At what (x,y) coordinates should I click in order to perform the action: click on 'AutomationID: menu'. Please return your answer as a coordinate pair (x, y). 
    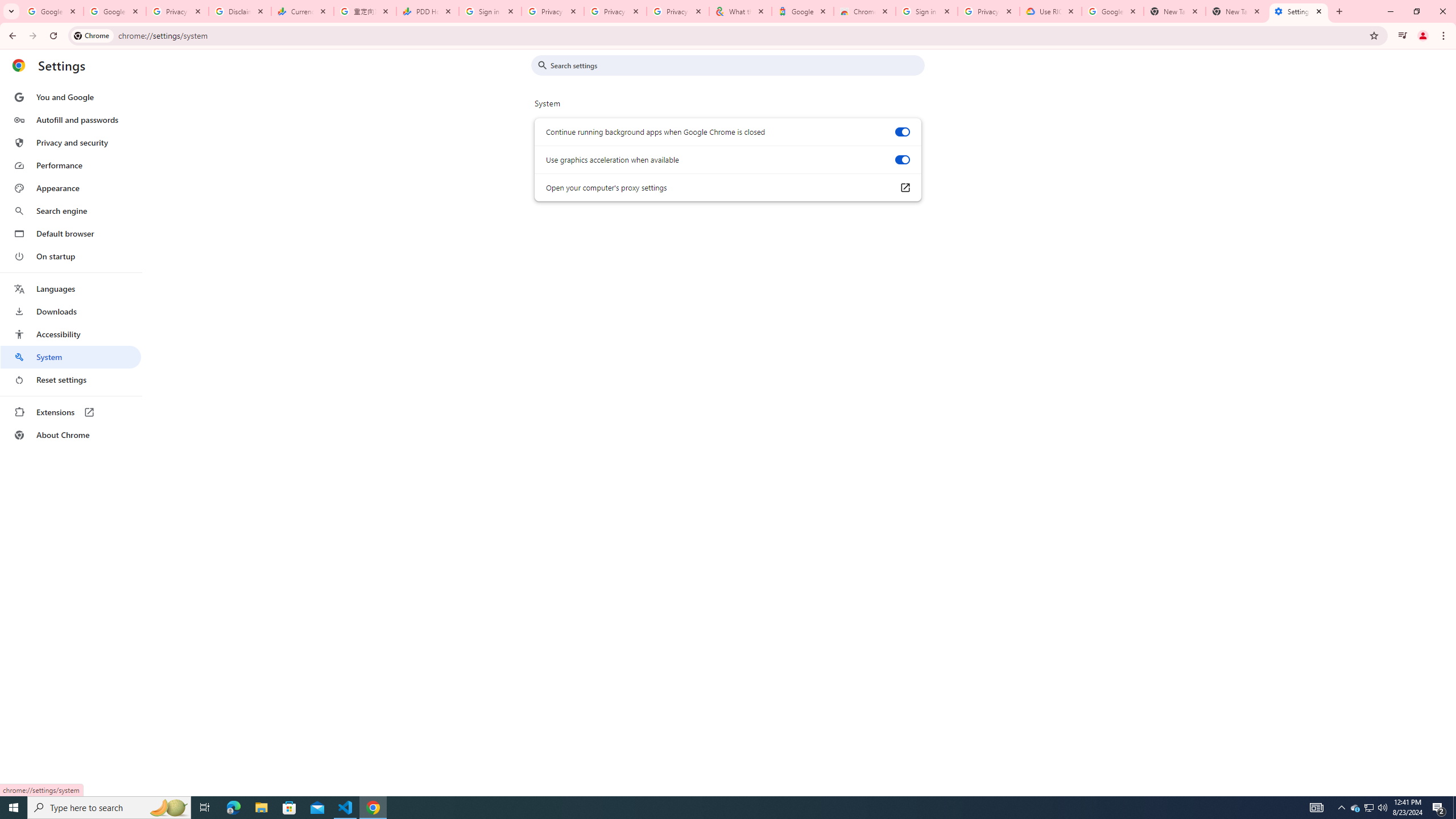
    Looking at the image, I should click on (71, 266).